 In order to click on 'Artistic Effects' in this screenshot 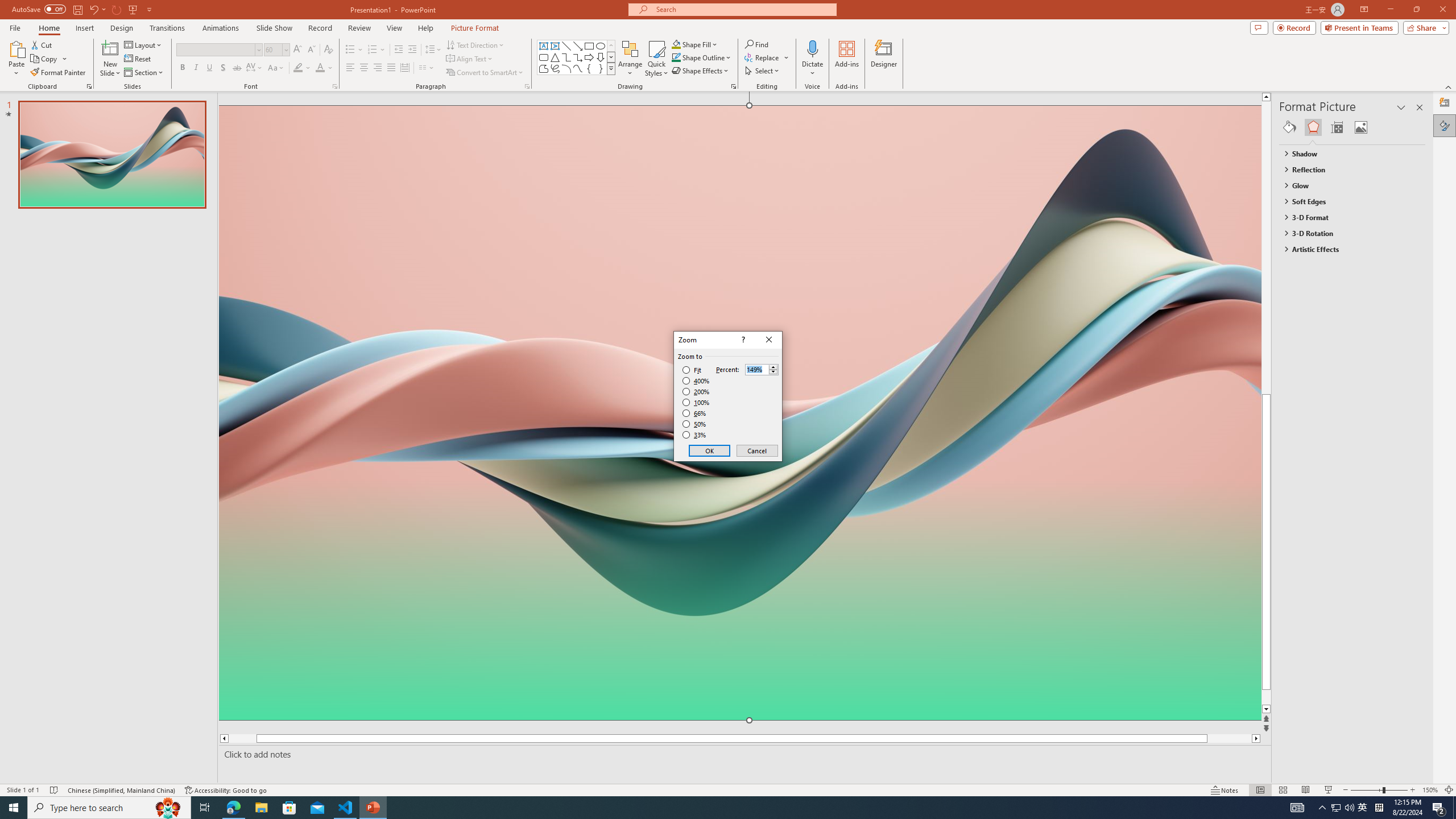, I will do `click(1347, 248)`.